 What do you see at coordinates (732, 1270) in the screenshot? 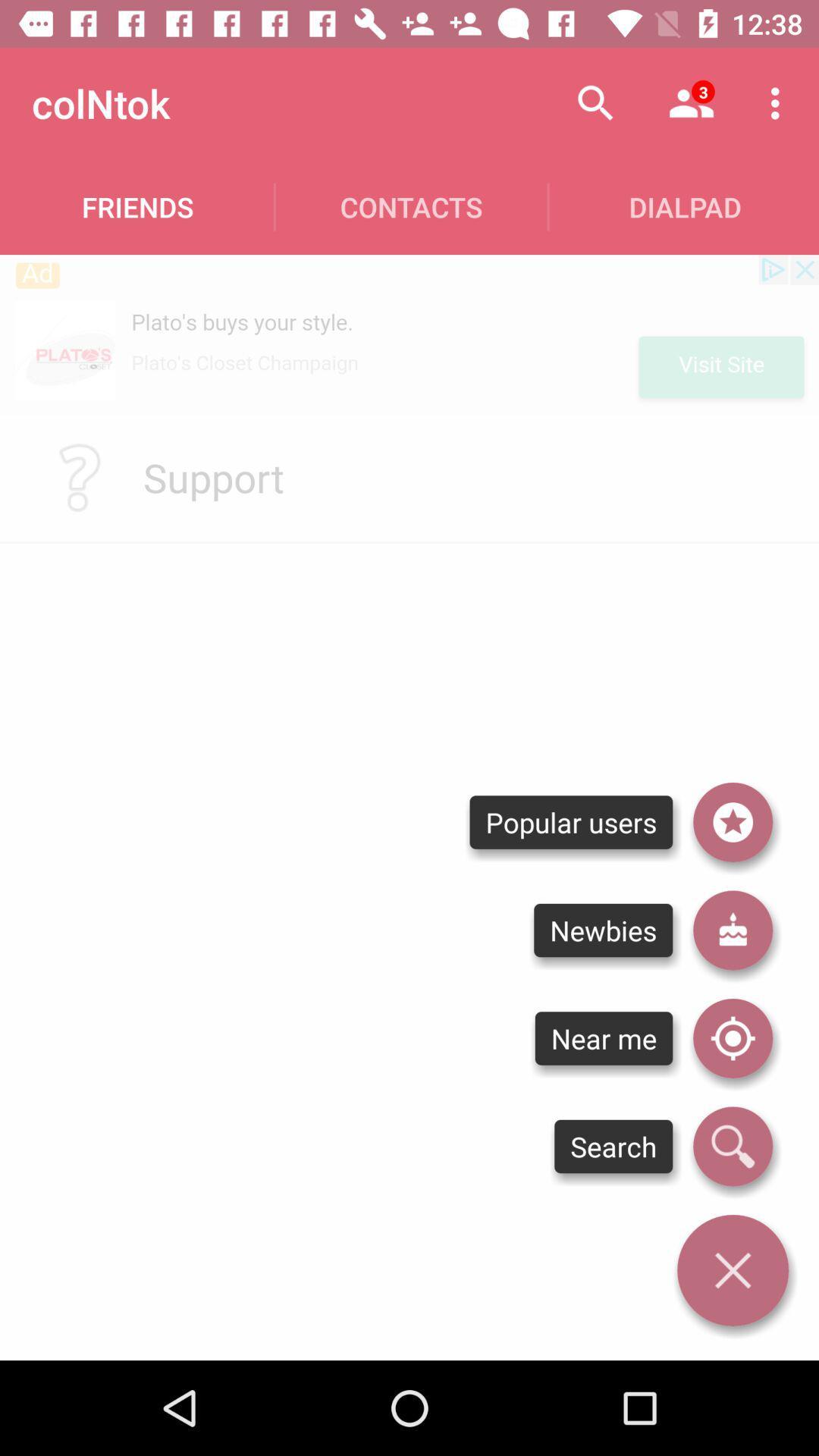
I see `this window` at bounding box center [732, 1270].